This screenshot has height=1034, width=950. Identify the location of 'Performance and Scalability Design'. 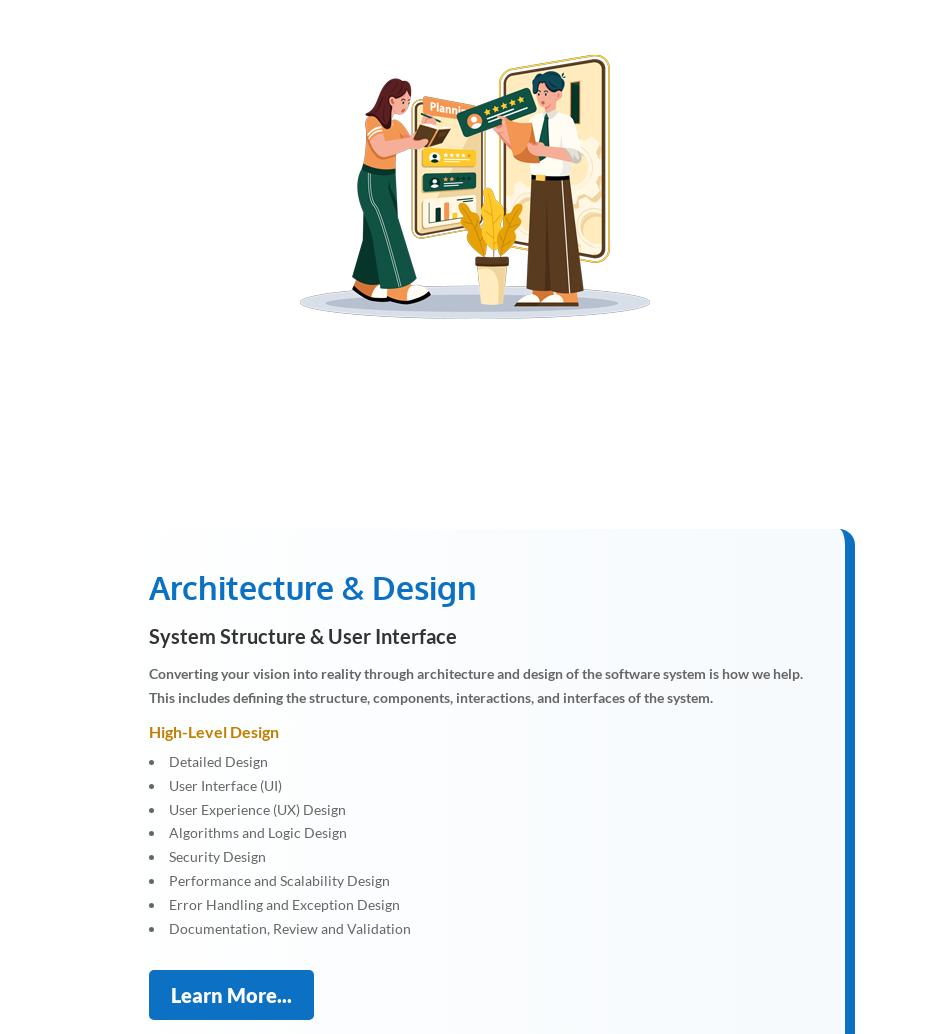
(278, 879).